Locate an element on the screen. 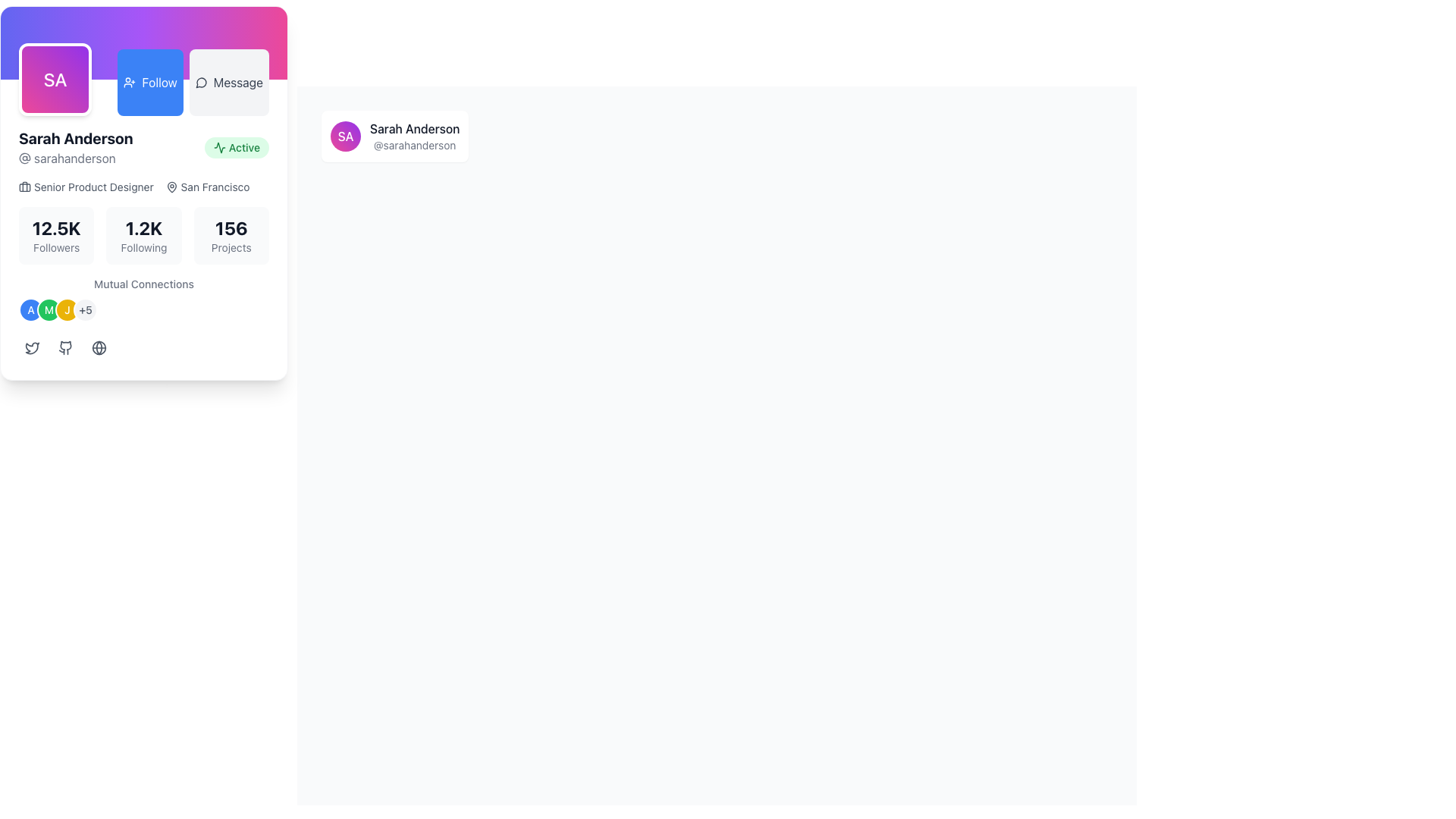 The width and height of the screenshot is (1456, 819). the bird-shaped Twitter icon located in the bottom-left area of the profile card interface is located at coordinates (33, 348).